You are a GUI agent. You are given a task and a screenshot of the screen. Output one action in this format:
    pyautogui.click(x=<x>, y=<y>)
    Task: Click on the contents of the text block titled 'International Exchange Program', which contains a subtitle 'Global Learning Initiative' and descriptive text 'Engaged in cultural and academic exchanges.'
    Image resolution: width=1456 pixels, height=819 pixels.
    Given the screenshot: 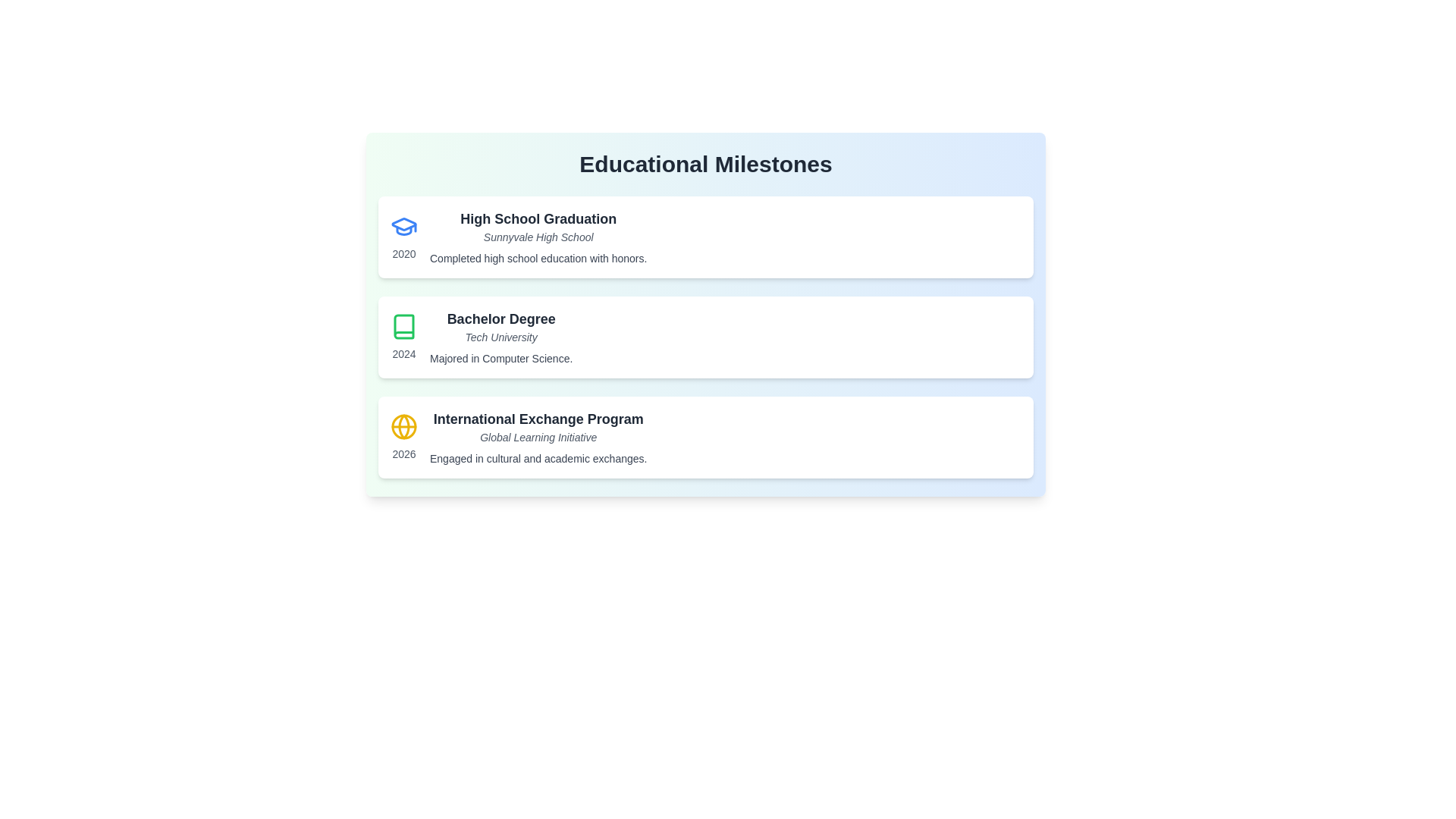 What is the action you would take?
    pyautogui.click(x=538, y=438)
    